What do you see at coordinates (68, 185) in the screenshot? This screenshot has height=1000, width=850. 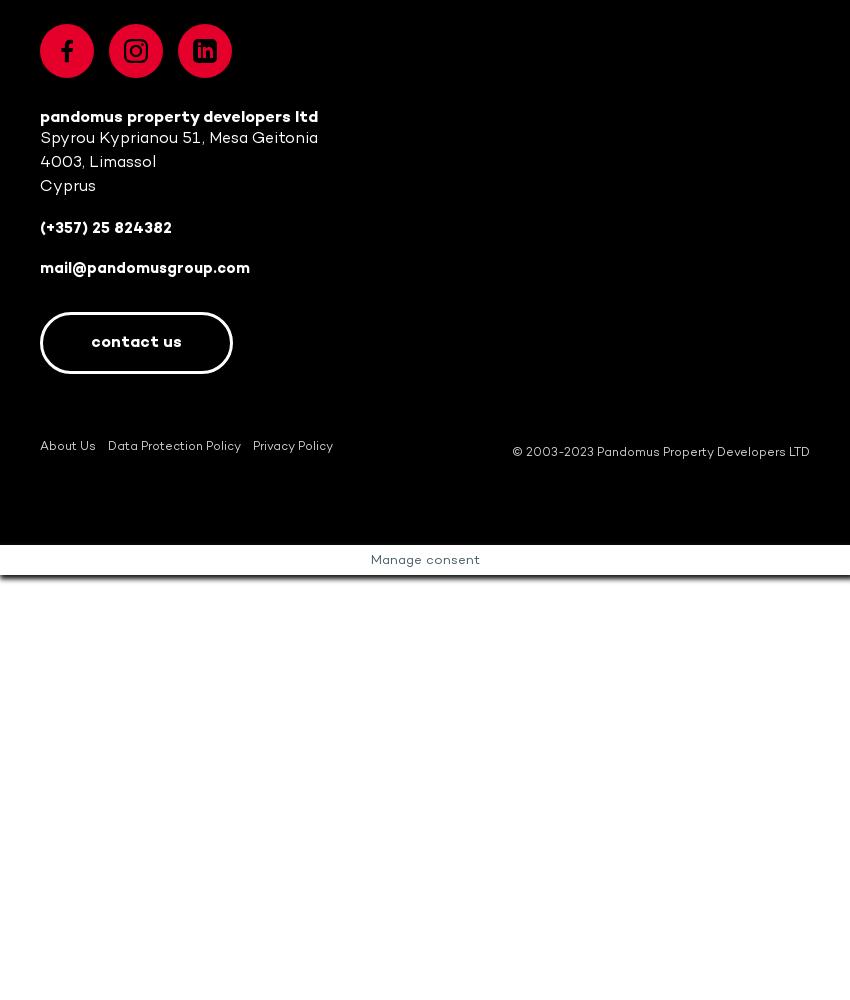 I see `'Cyprus'` at bounding box center [68, 185].